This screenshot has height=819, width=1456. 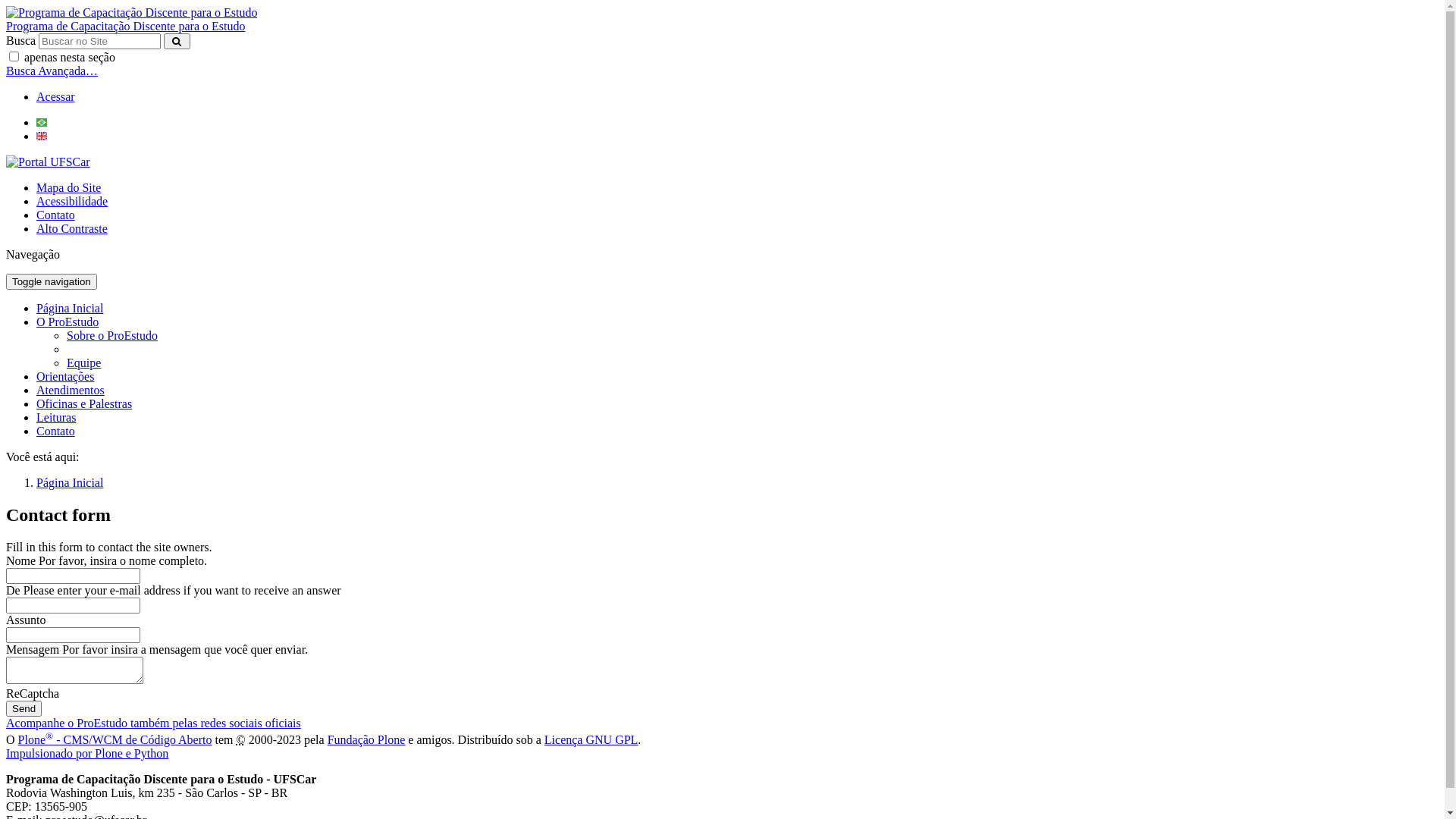 What do you see at coordinates (69, 389) in the screenshot?
I see `'Atendimentos'` at bounding box center [69, 389].